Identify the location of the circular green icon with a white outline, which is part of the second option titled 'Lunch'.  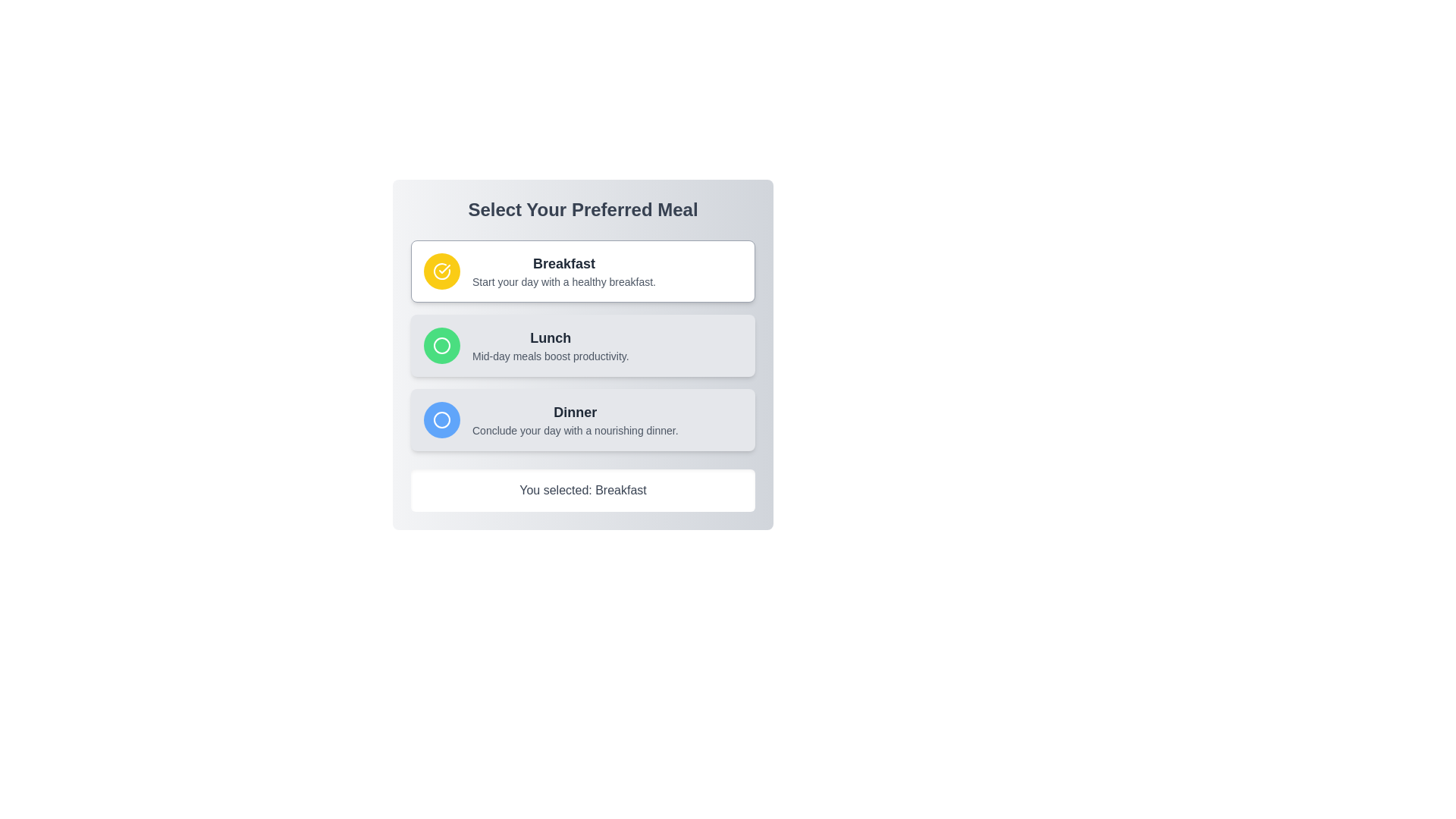
(441, 345).